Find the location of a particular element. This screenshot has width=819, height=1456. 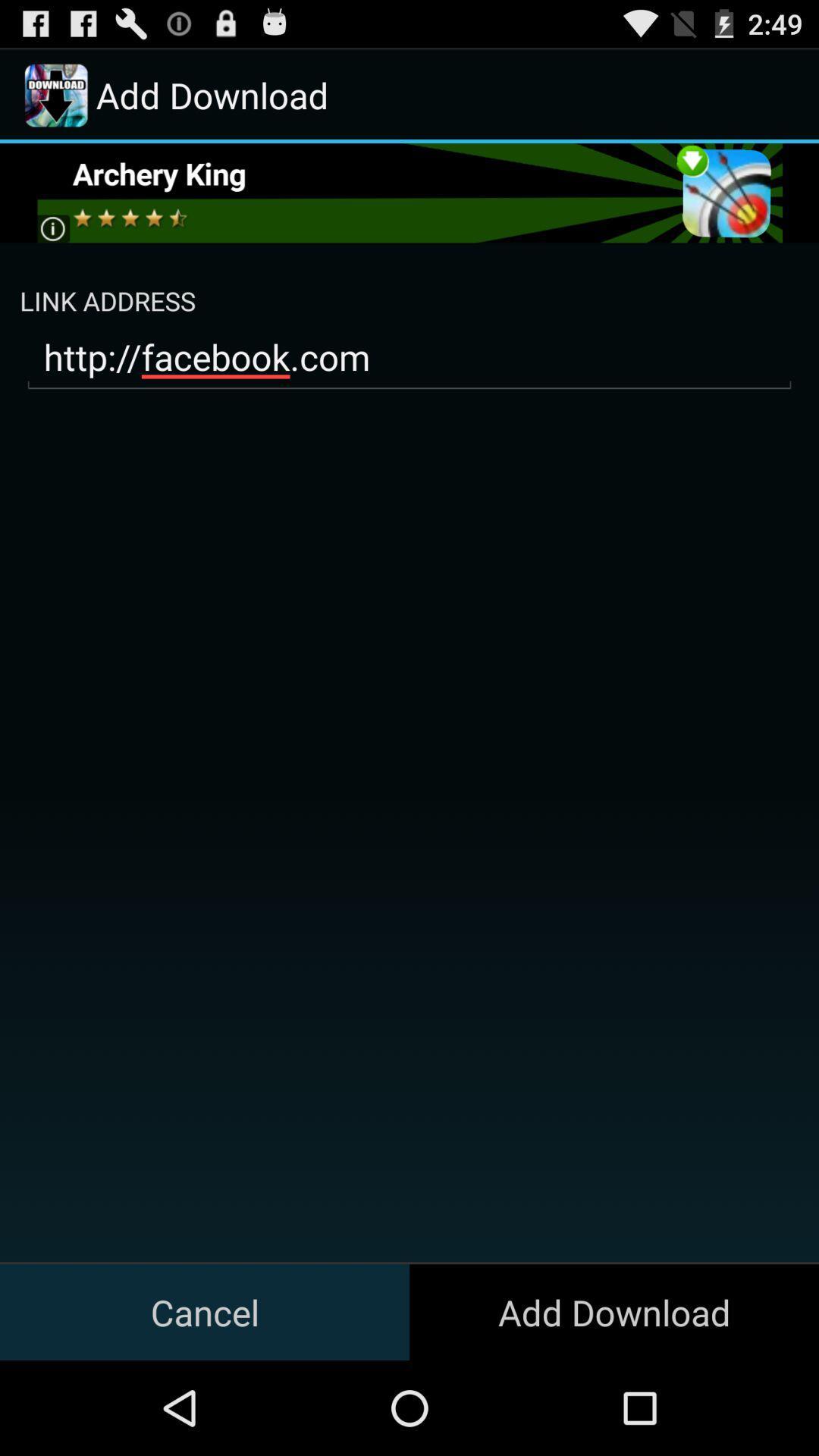

follow advertisement banner is located at coordinates (408, 192).